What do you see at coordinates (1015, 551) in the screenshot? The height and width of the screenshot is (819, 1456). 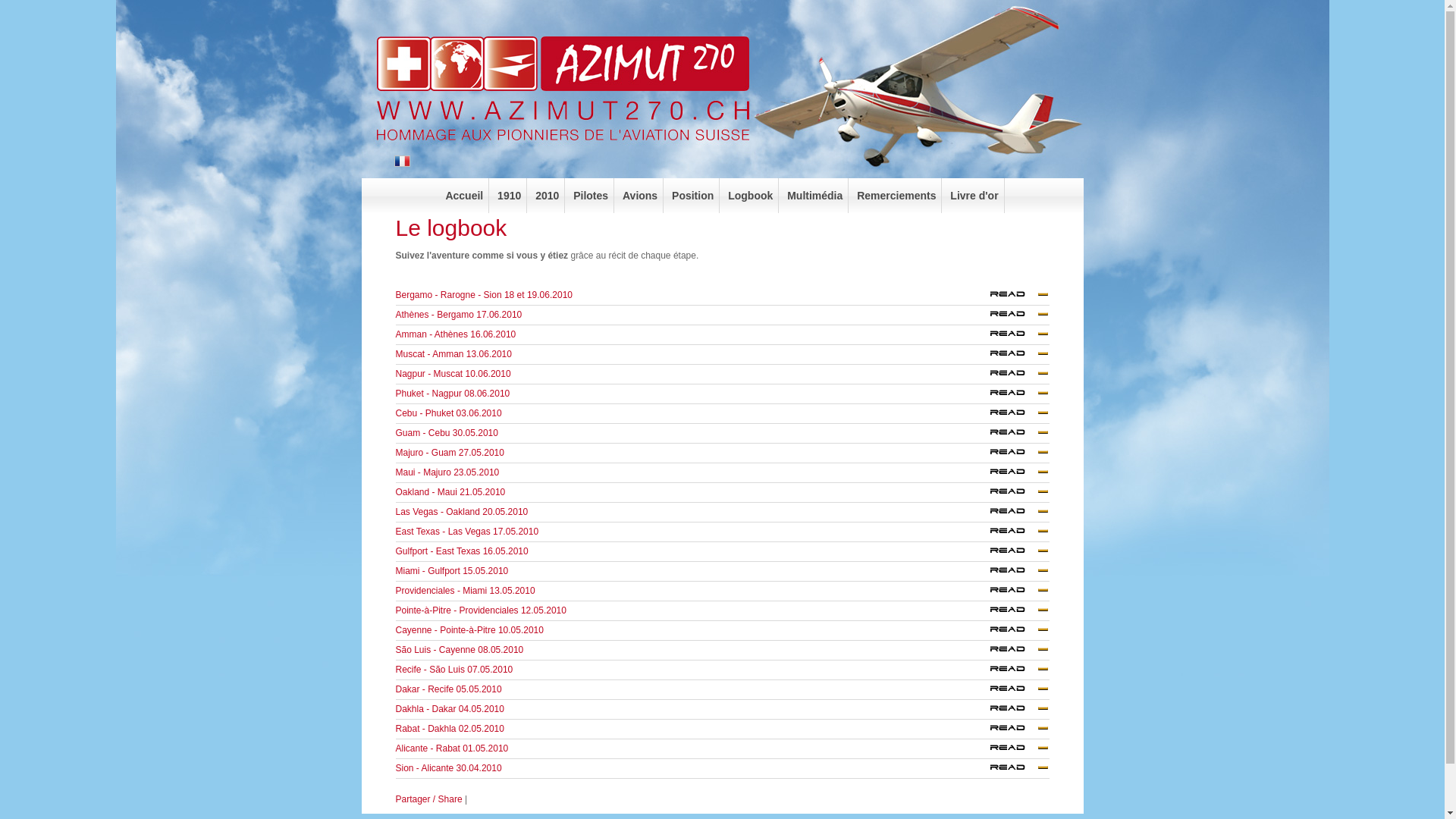 I see `'Gulfport - East Texas 16.05.2010'` at bounding box center [1015, 551].